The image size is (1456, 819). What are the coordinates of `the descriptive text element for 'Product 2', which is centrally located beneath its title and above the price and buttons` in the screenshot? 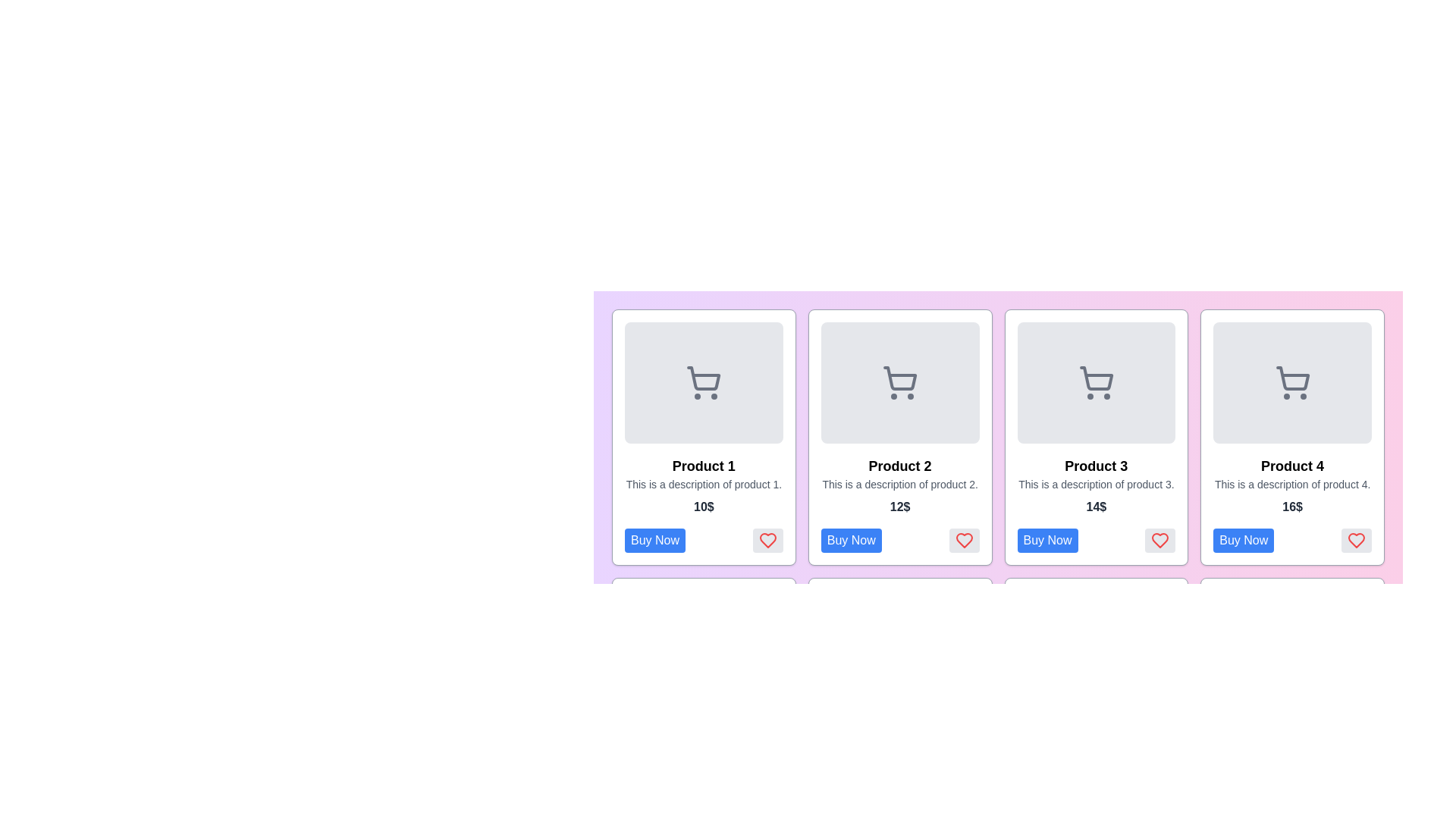 It's located at (900, 485).